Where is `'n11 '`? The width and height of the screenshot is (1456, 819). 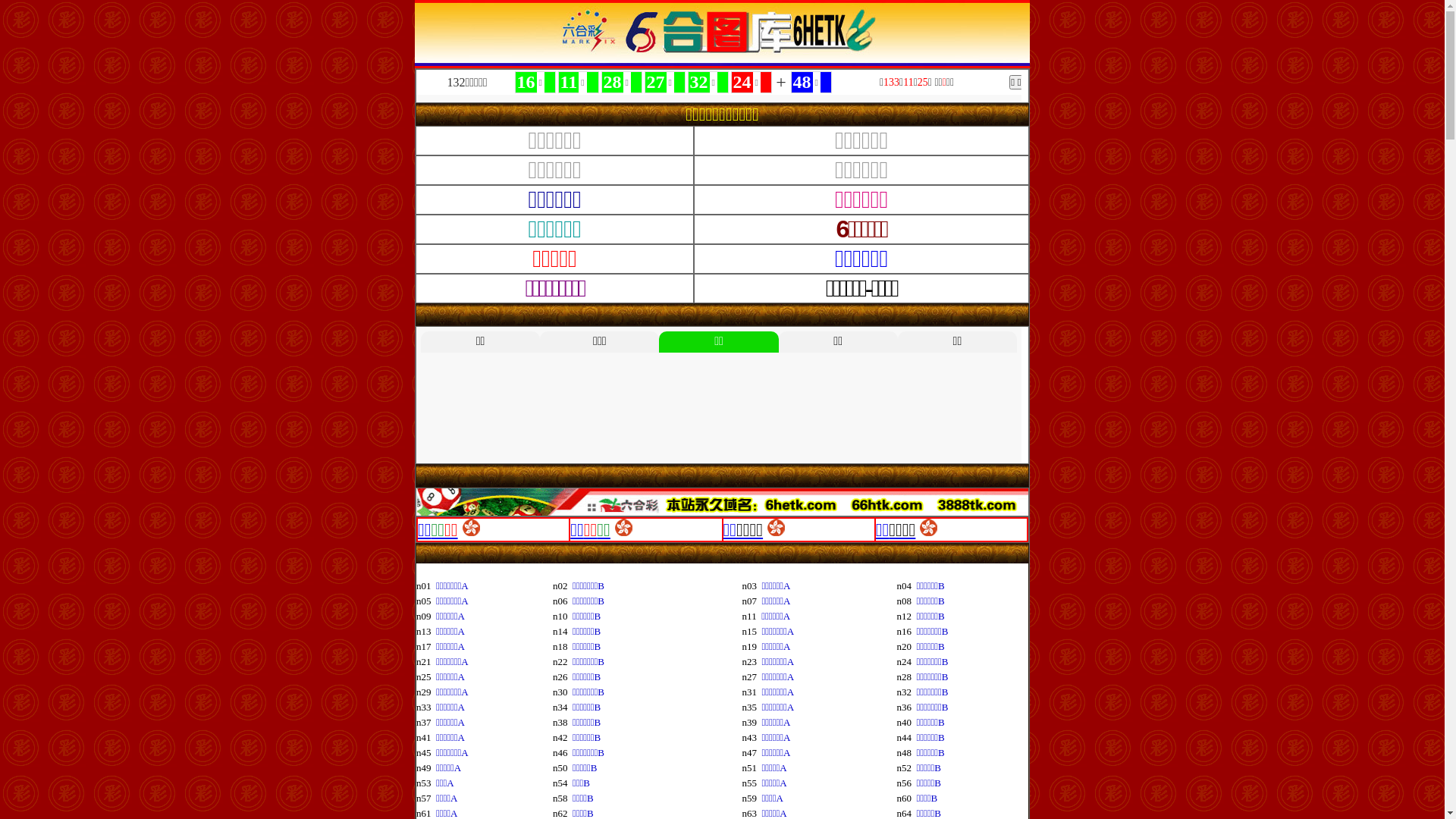 'n11 ' is located at coordinates (752, 616).